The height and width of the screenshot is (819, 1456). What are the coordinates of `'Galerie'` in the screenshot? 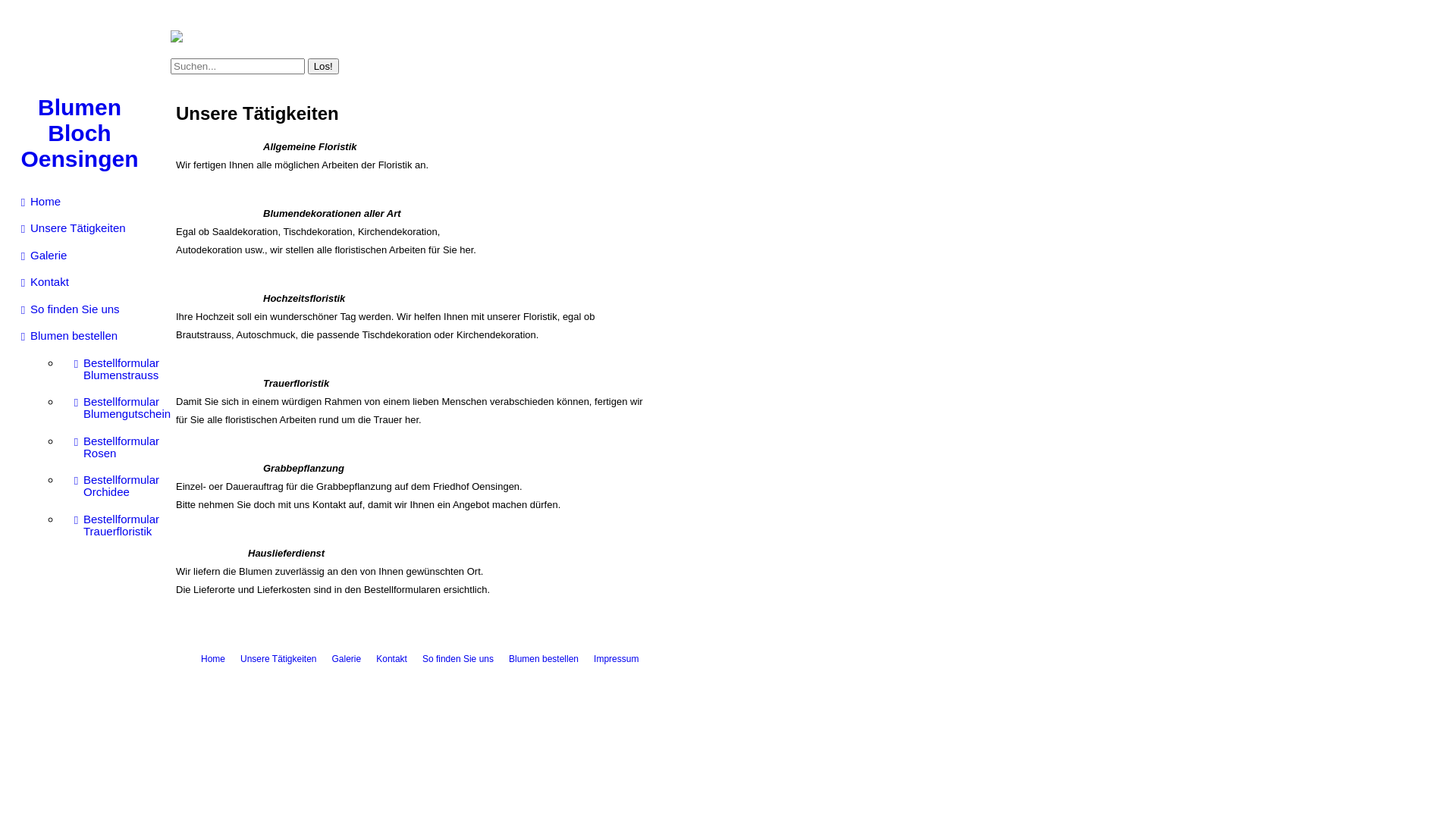 It's located at (346, 657).